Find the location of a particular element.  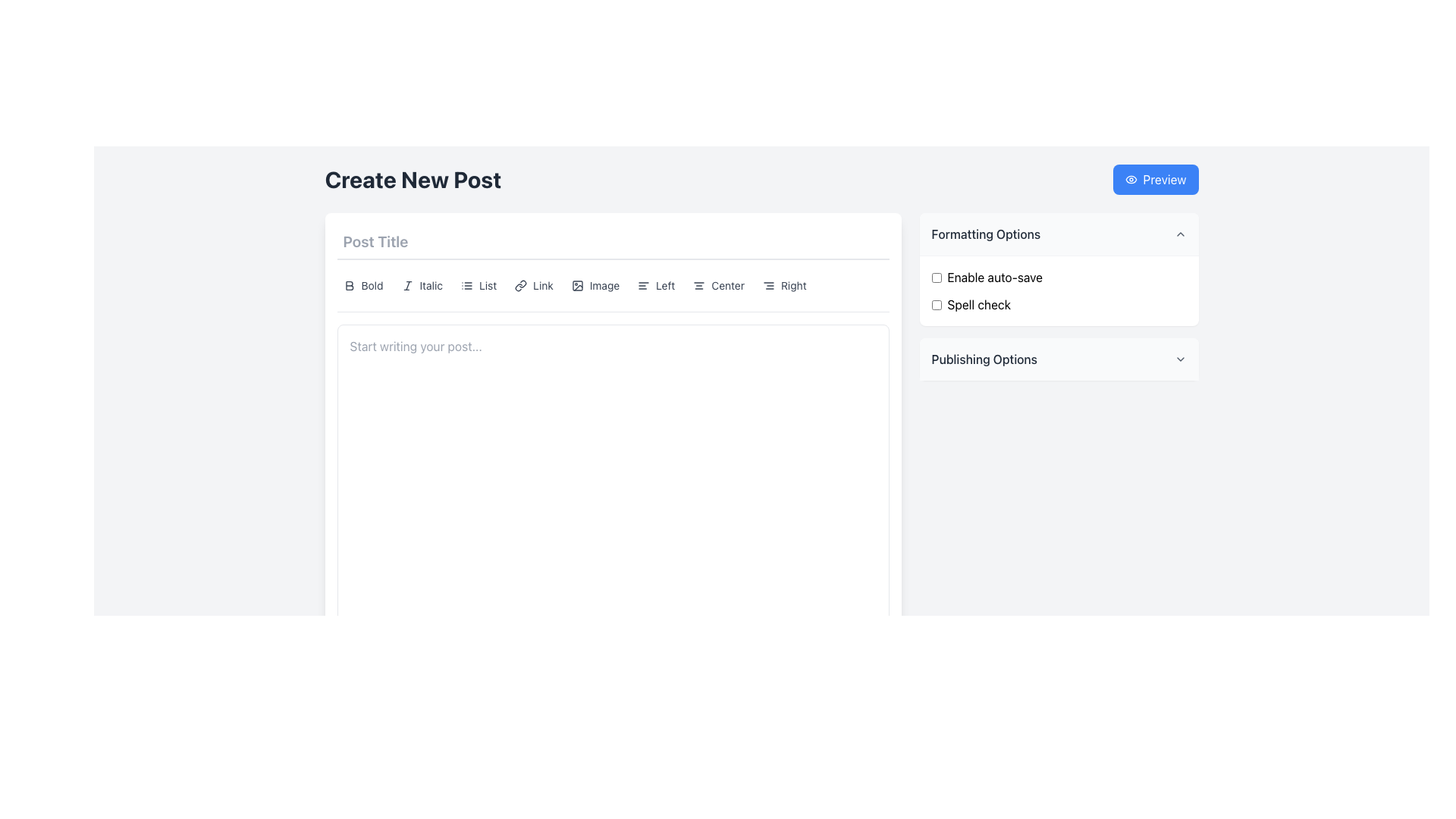

the fourth IconButton in the toolbar is located at coordinates (466, 286).